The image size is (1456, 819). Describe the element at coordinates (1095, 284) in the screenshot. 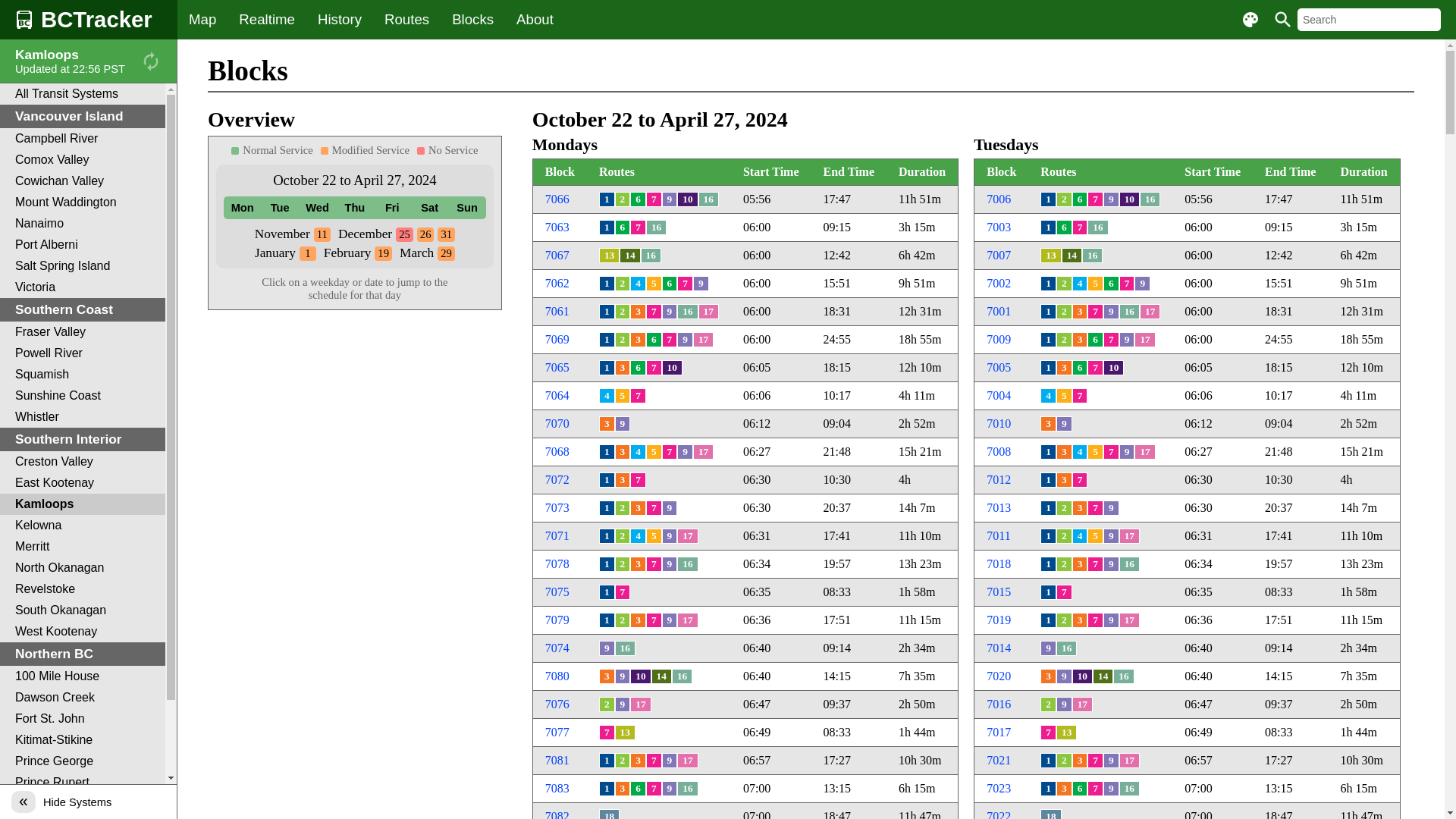

I see `'5'` at that location.